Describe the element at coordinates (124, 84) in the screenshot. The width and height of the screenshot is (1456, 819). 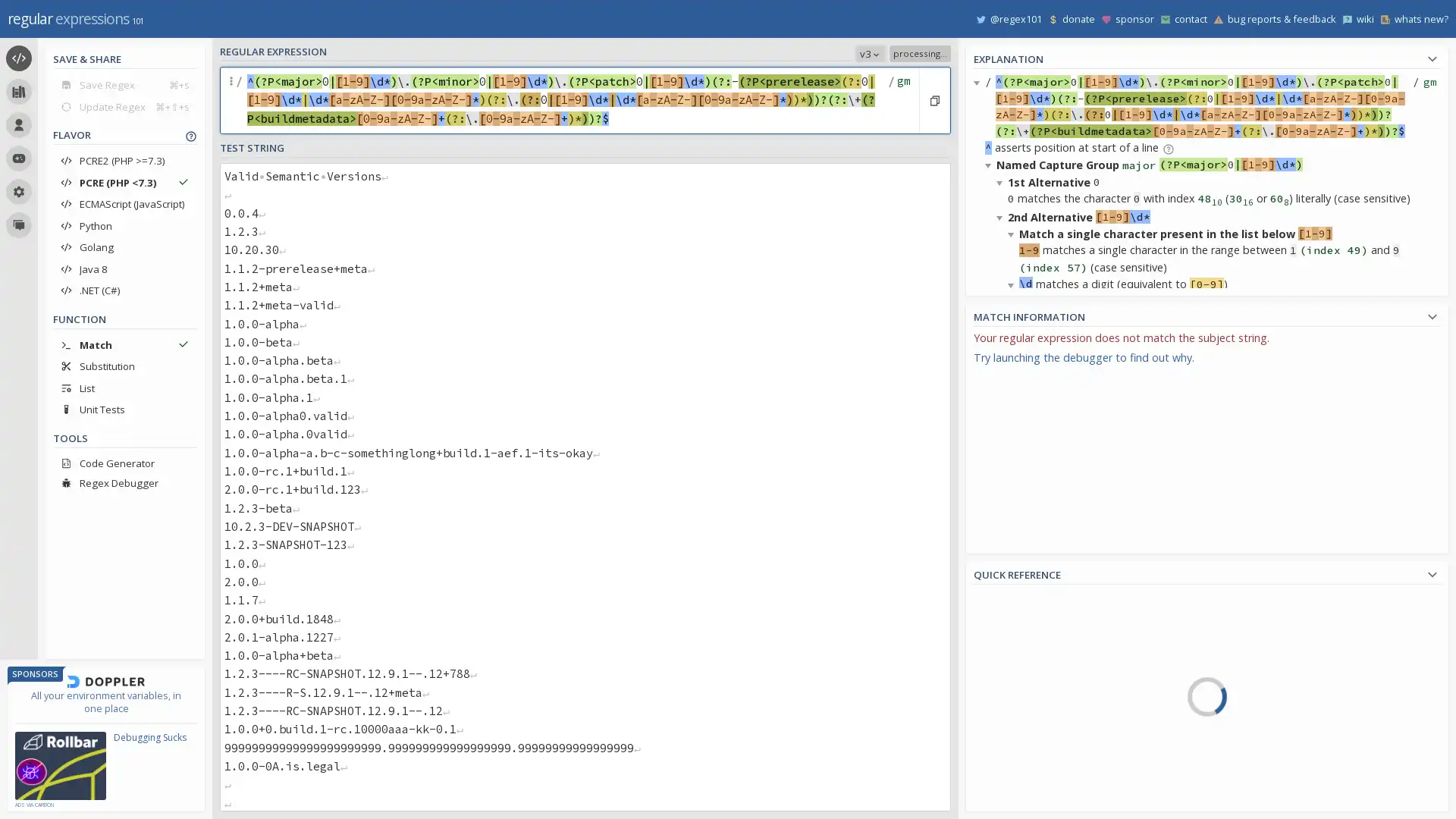
I see `Save Regex +s` at that location.